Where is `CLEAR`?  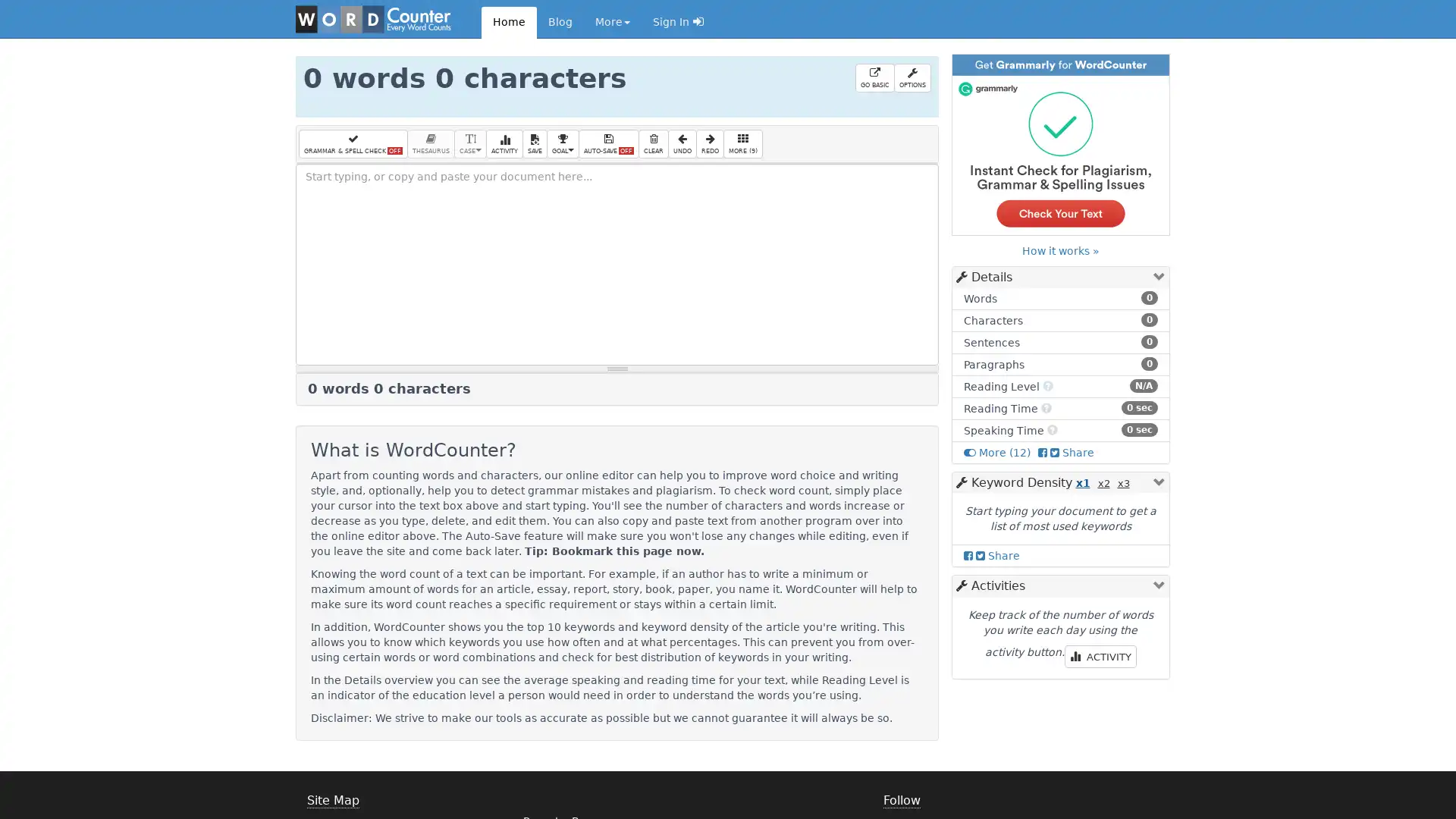
CLEAR is located at coordinates (654, 143).